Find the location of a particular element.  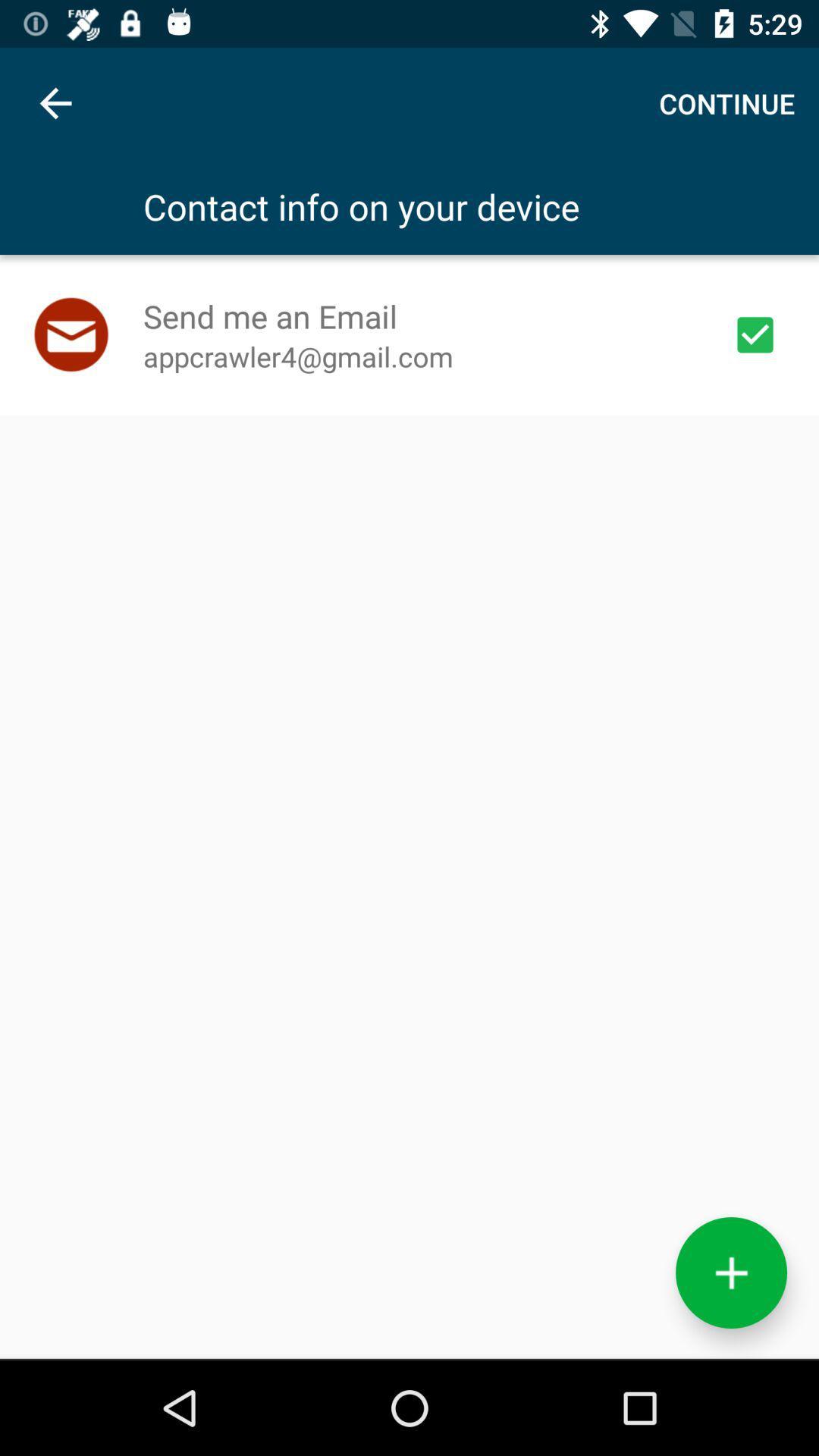

item to the left of the continue icon is located at coordinates (55, 102).